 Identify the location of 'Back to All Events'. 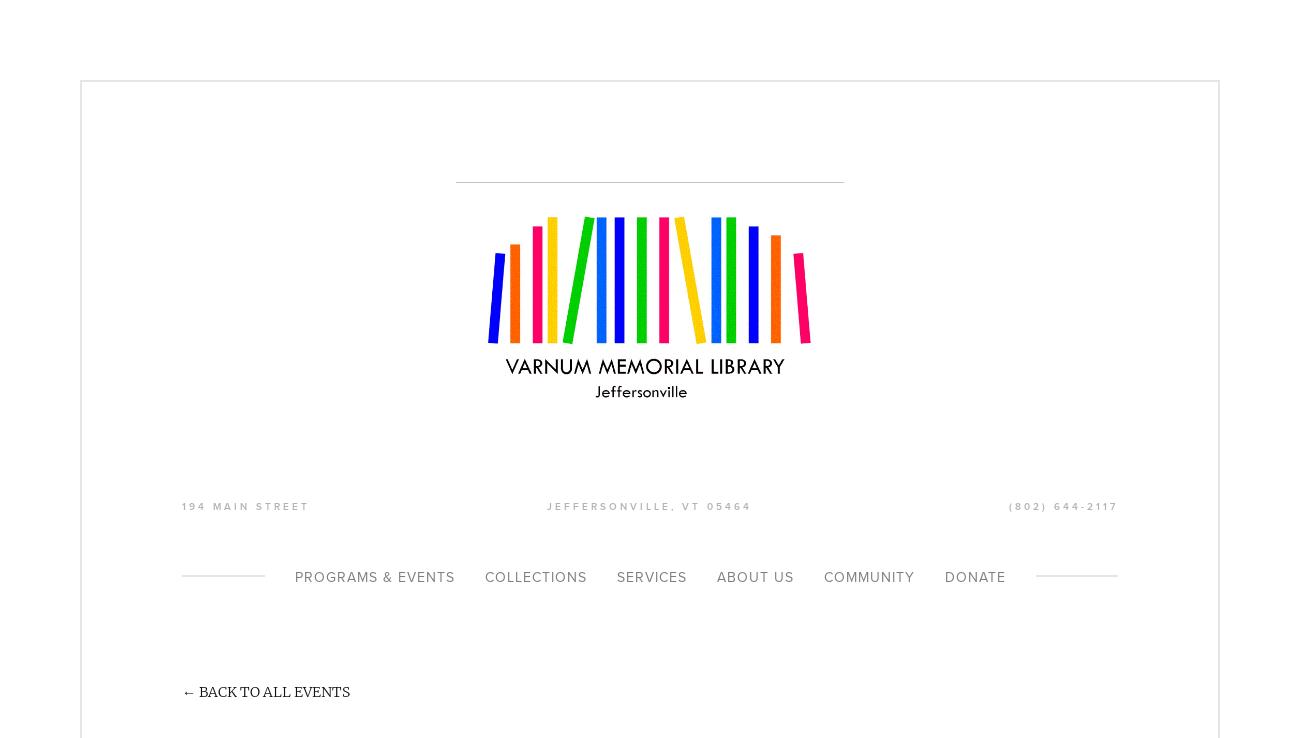
(199, 689).